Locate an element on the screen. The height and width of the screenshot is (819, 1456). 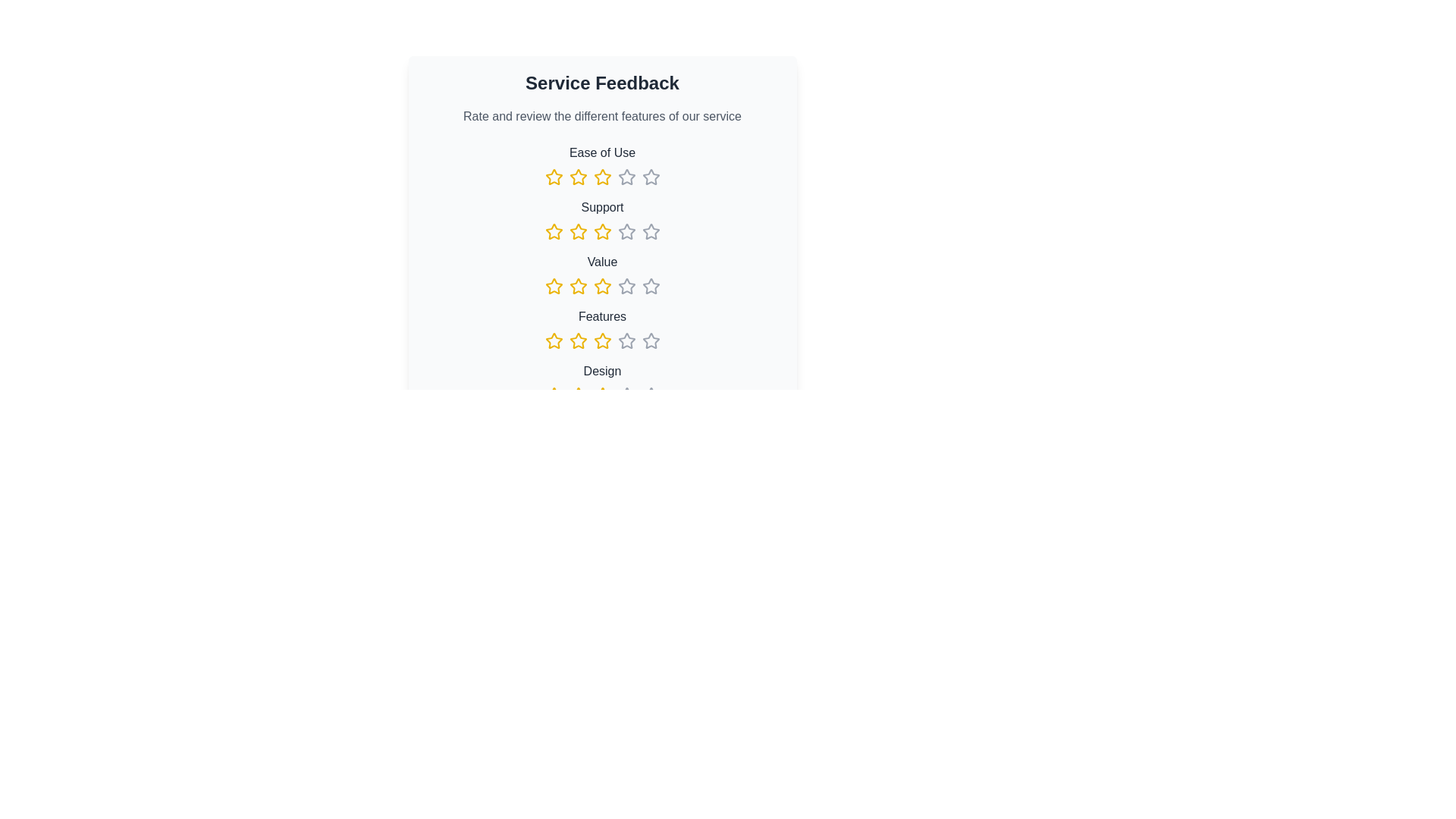
the third star icon in the row for the 'Features' rating is located at coordinates (601, 340).